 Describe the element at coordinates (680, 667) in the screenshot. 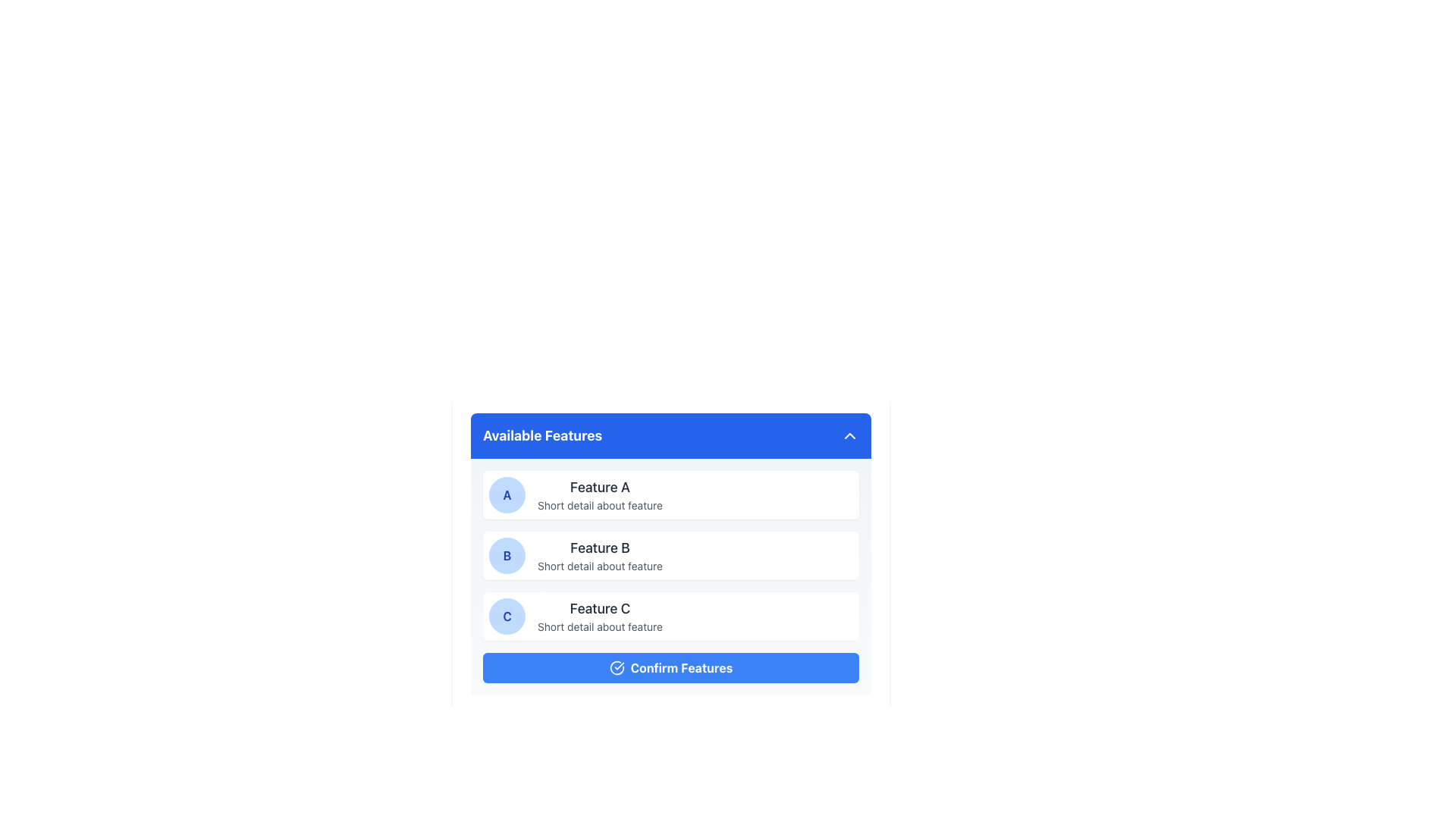

I see `the button labeled 'Confirm Features', which is a text label centered within a blue button located at the bottom of the 'Available Features' section` at that location.